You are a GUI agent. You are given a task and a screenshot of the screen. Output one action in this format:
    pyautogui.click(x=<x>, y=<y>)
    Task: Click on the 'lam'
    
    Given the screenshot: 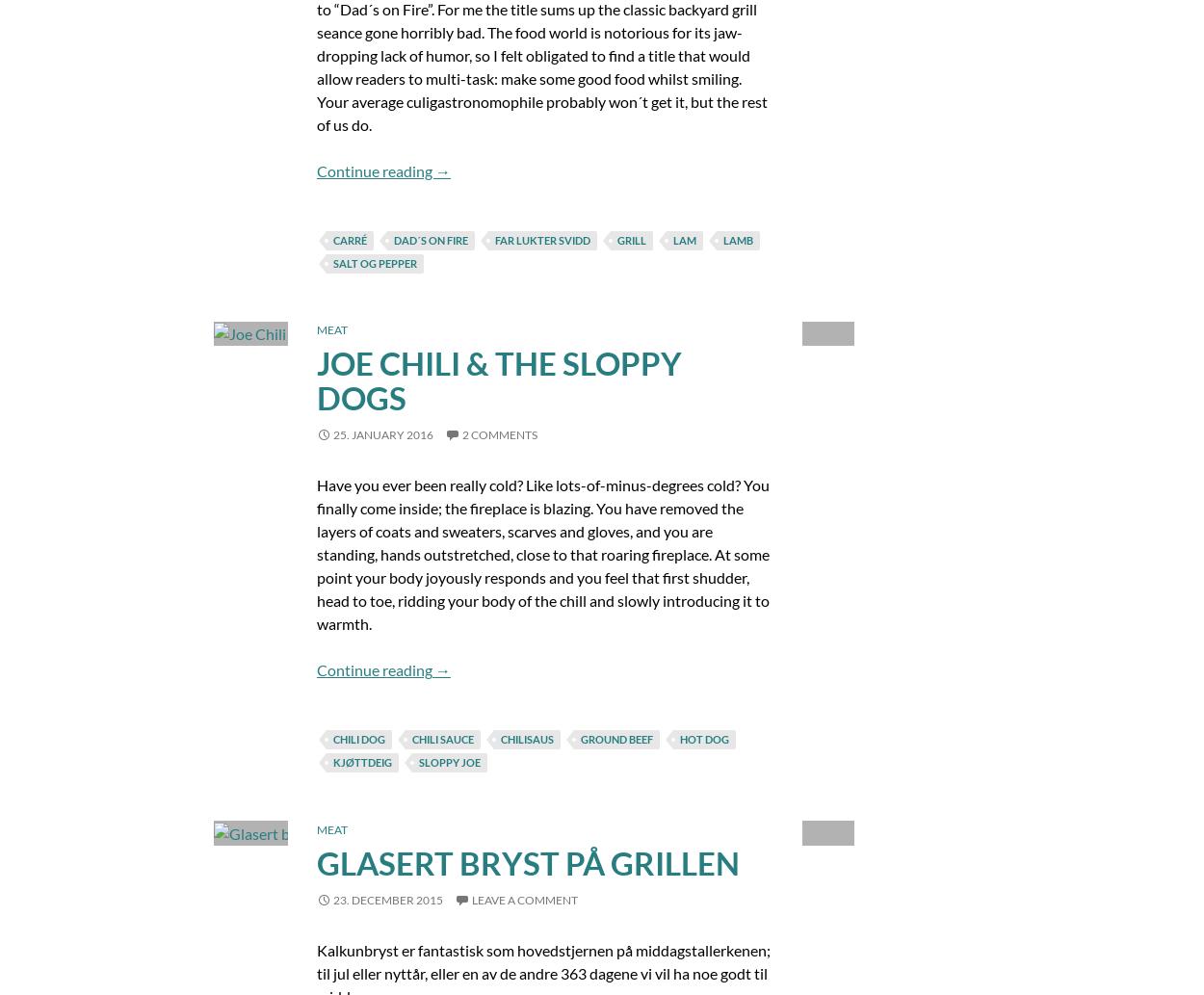 What is the action you would take?
    pyautogui.click(x=682, y=238)
    